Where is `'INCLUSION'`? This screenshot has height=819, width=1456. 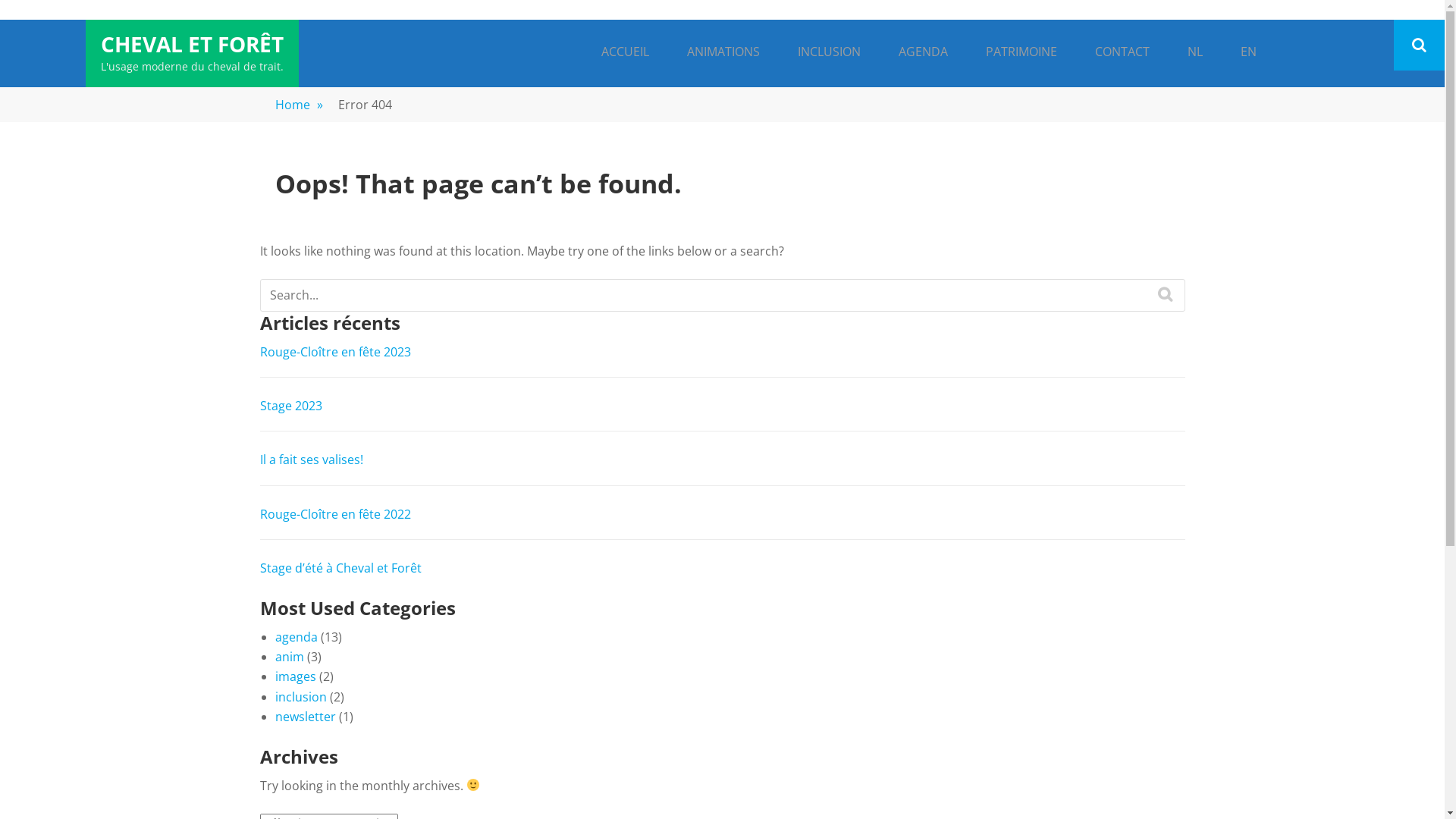 'INCLUSION' is located at coordinates (827, 52).